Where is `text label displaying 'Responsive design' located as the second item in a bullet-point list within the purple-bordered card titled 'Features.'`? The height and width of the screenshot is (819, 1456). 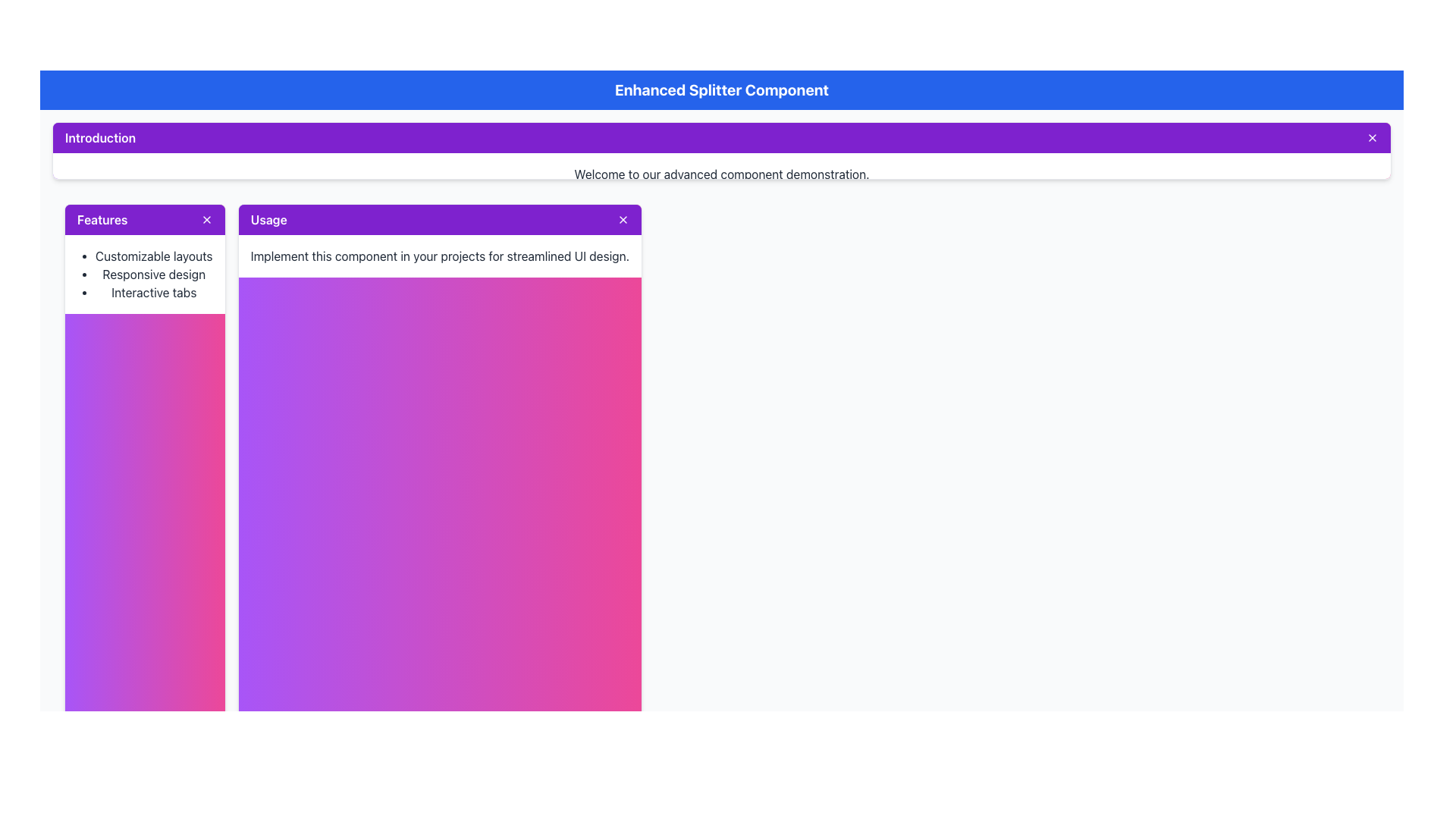 text label displaying 'Responsive design' located as the second item in a bullet-point list within the purple-bordered card titled 'Features.' is located at coordinates (154, 274).